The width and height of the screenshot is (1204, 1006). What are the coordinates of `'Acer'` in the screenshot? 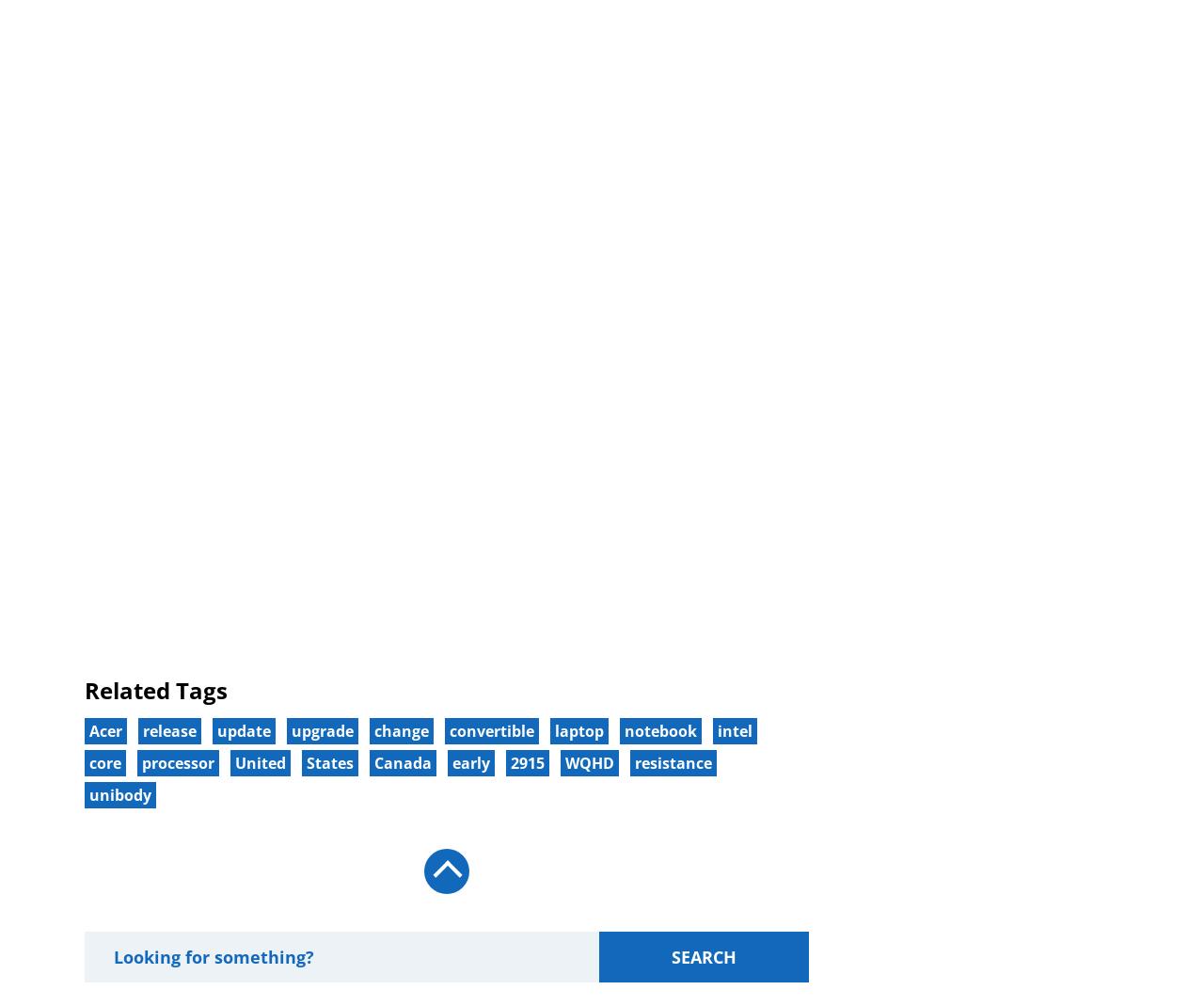 It's located at (104, 729).